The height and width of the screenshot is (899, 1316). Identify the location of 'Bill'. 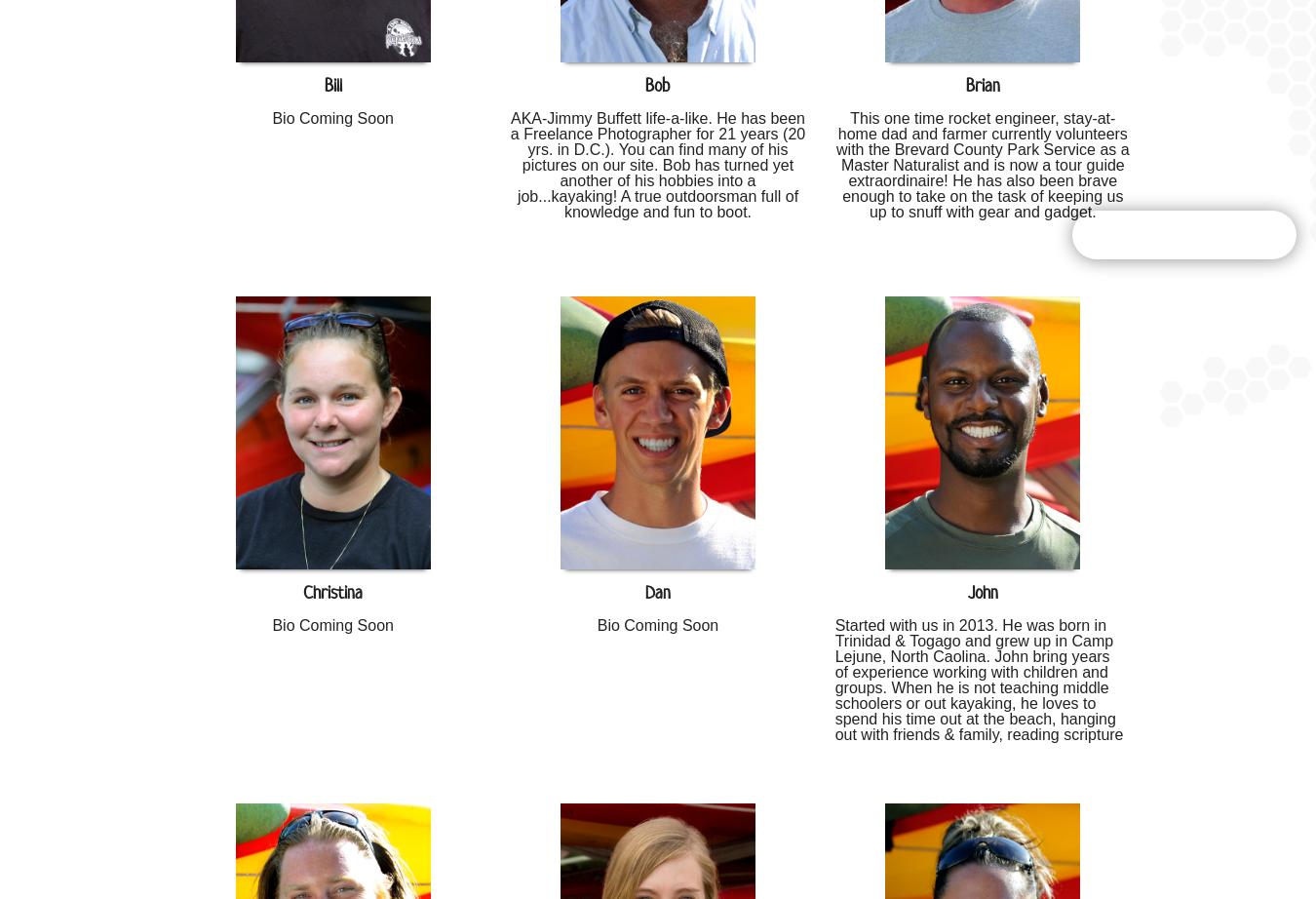
(322, 85).